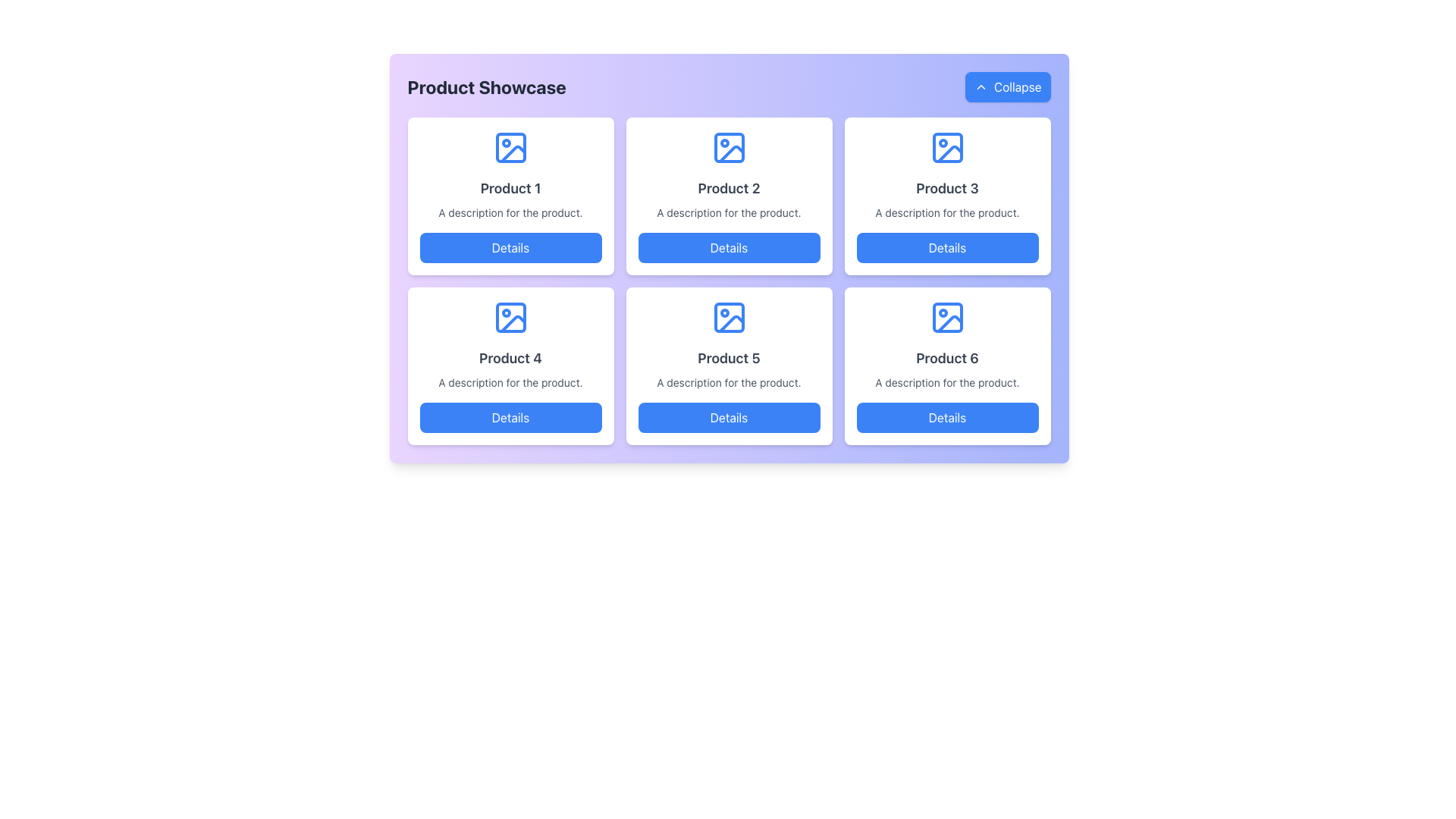 The image size is (1456, 819). What do you see at coordinates (946, 317) in the screenshot?
I see `the product icon representing 'Product 6', located in the bottom-right area of the product grid` at bounding box center [946, 317].